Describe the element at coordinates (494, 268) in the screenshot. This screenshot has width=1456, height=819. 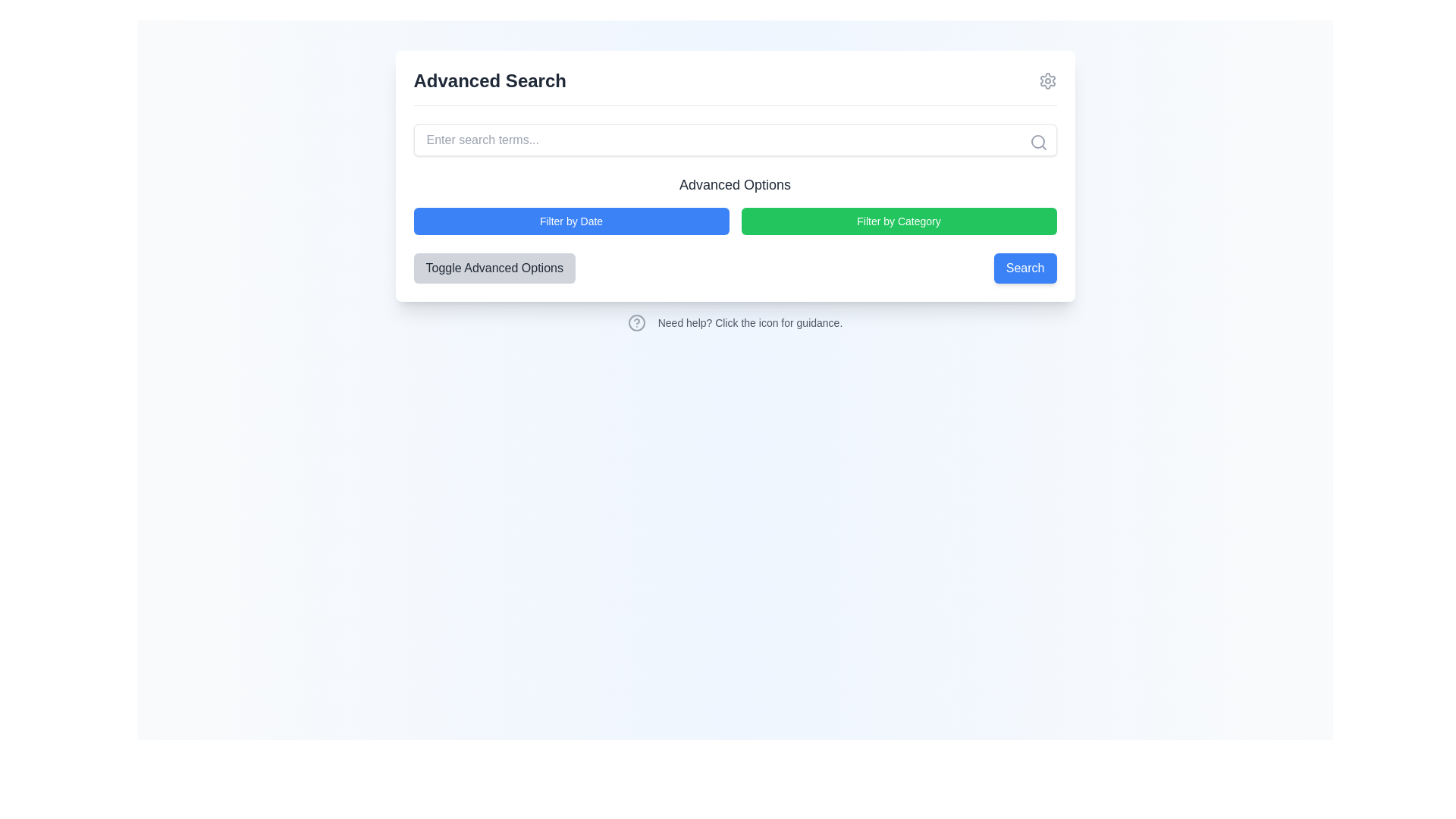
I see `the 'Toggle Advanced Options' button, which has a light gray background and rounded corners` at that location.